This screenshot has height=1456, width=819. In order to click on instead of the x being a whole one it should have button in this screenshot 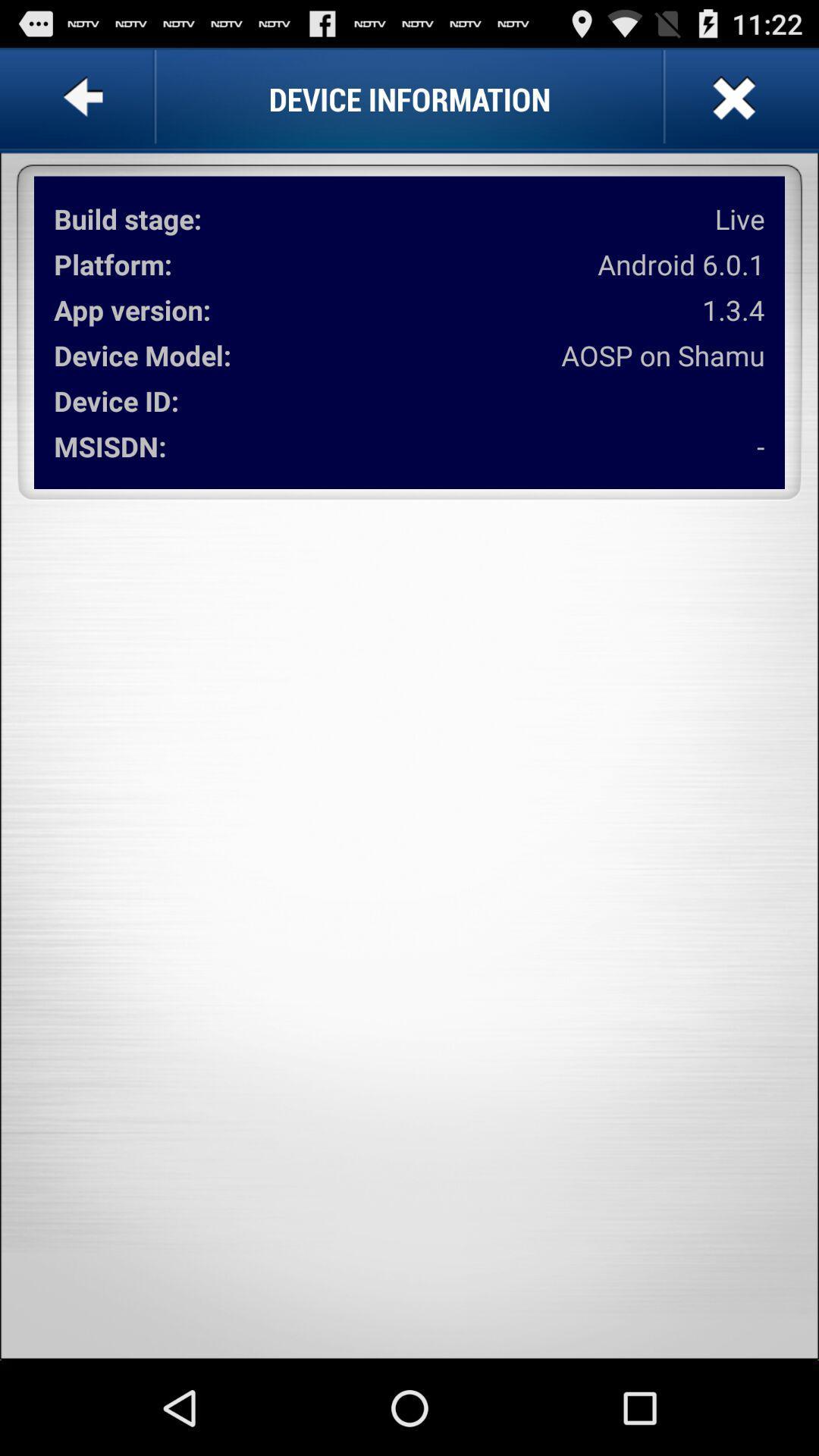, I will do `click(731, 98)`.